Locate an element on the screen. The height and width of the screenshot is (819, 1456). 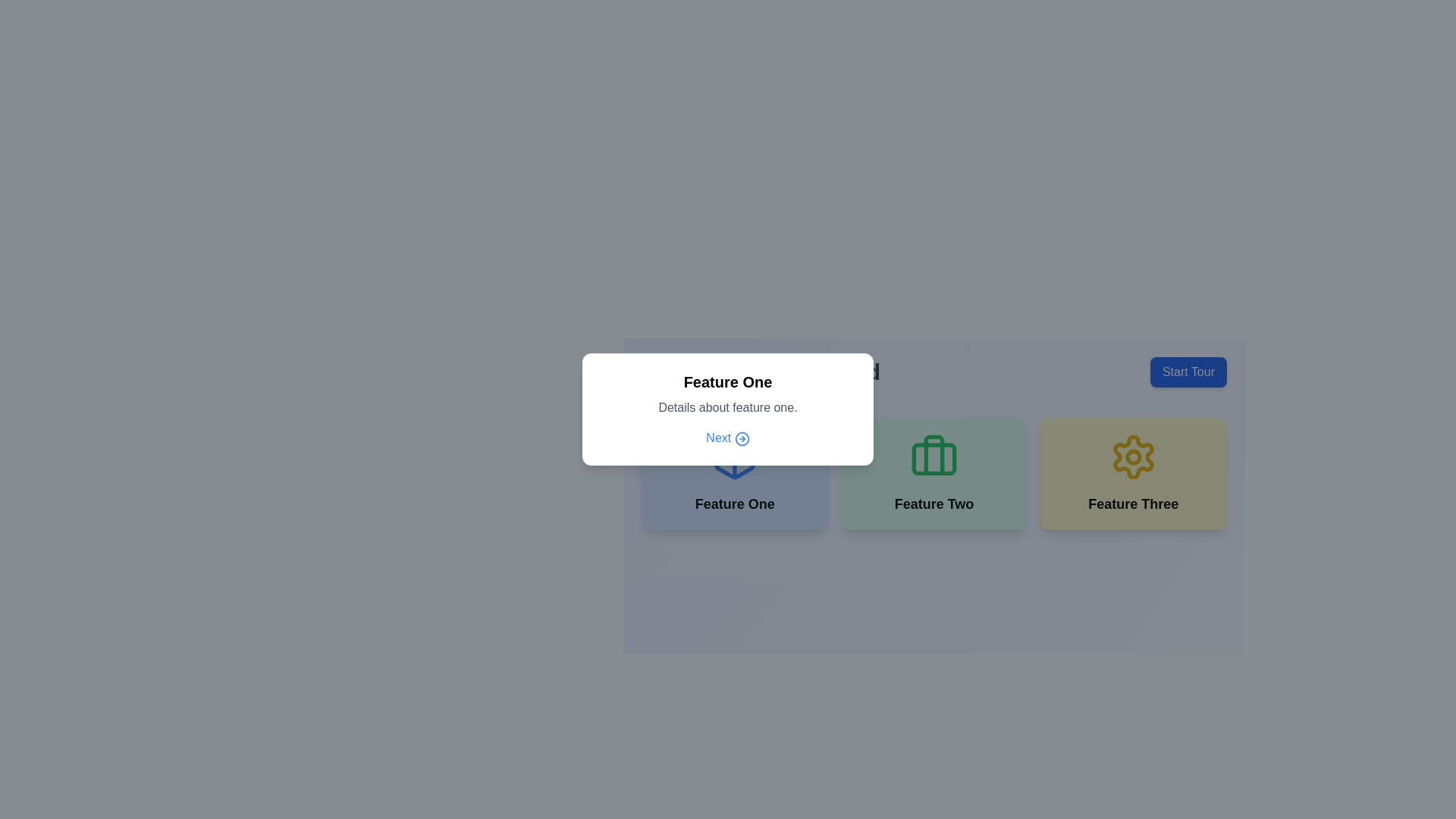
the Decorative element within the SVG briefcase icon, which is centrally located in the green card labeled 'Feature Two' is located at coordinates (934, 458).